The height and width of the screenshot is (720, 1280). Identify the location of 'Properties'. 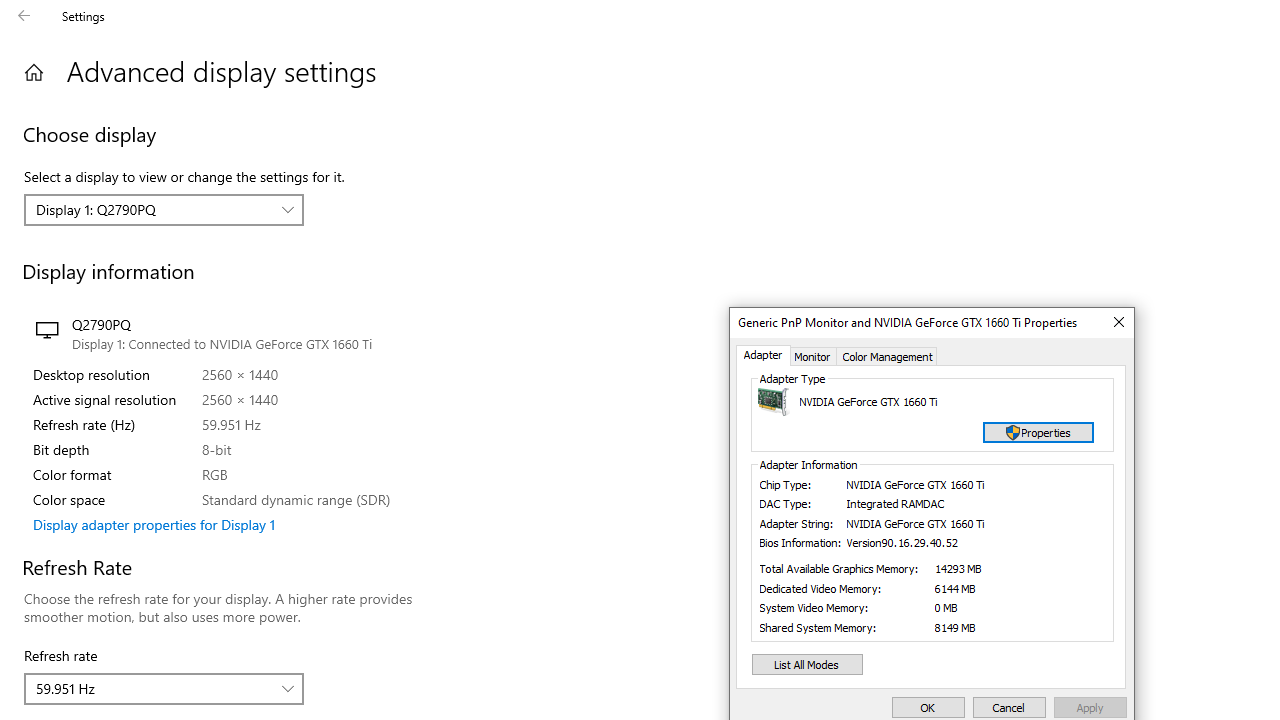
(1038, 431).